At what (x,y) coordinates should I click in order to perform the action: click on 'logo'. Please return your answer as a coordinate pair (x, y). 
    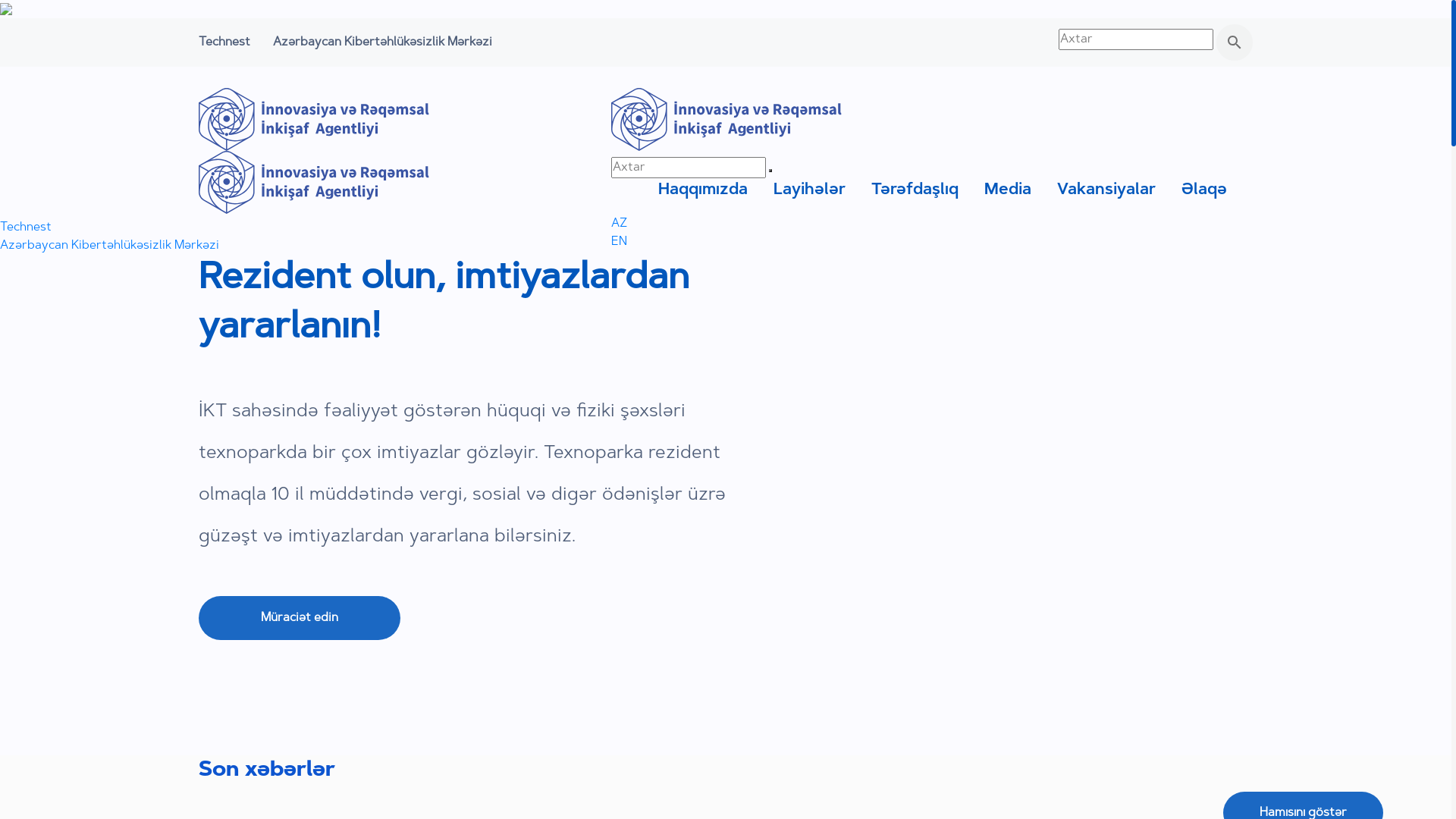
    Looking at the image, I should click on (312, 181).